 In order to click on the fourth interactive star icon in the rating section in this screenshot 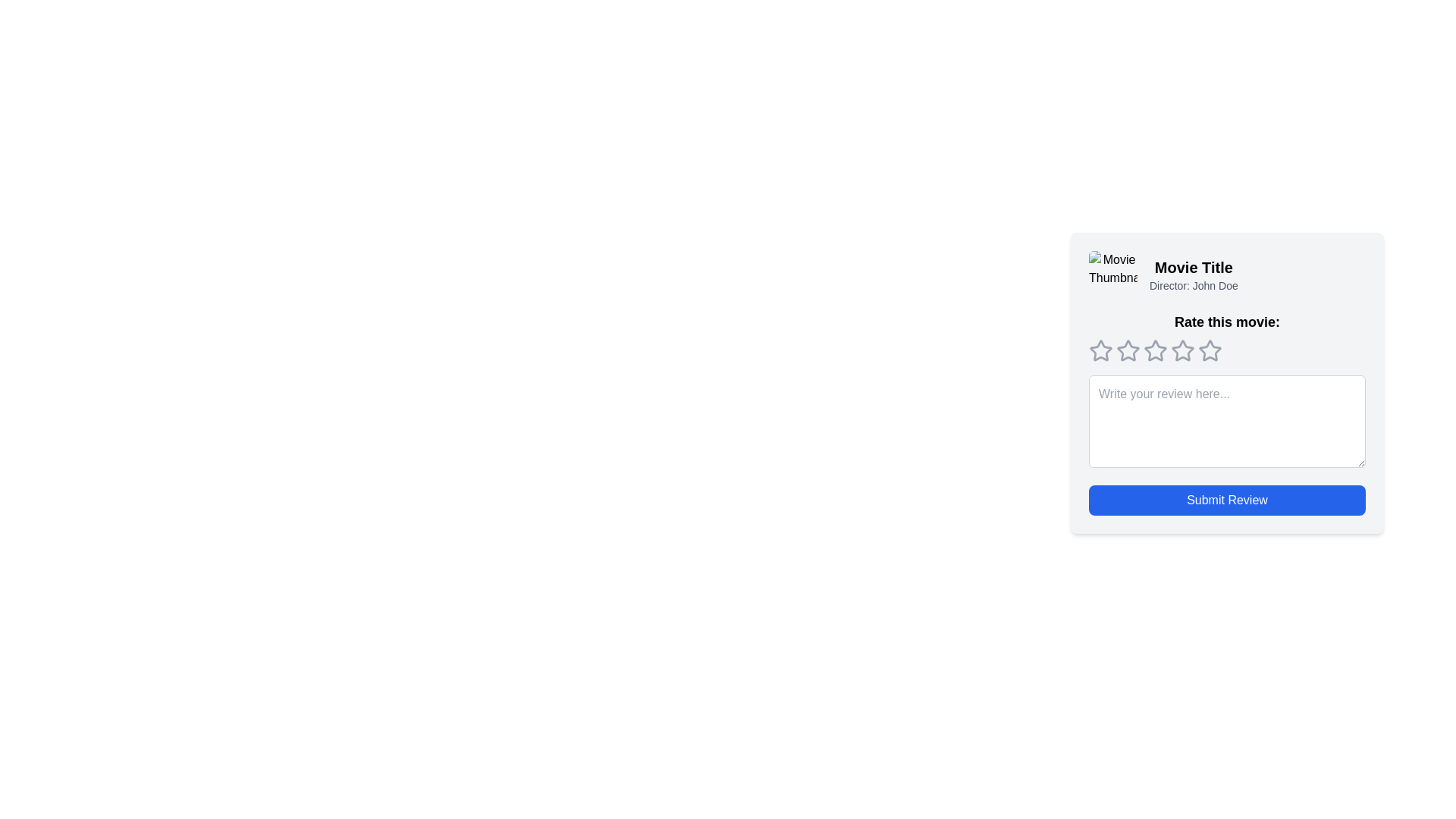, I will do `click(1182, 350)`.